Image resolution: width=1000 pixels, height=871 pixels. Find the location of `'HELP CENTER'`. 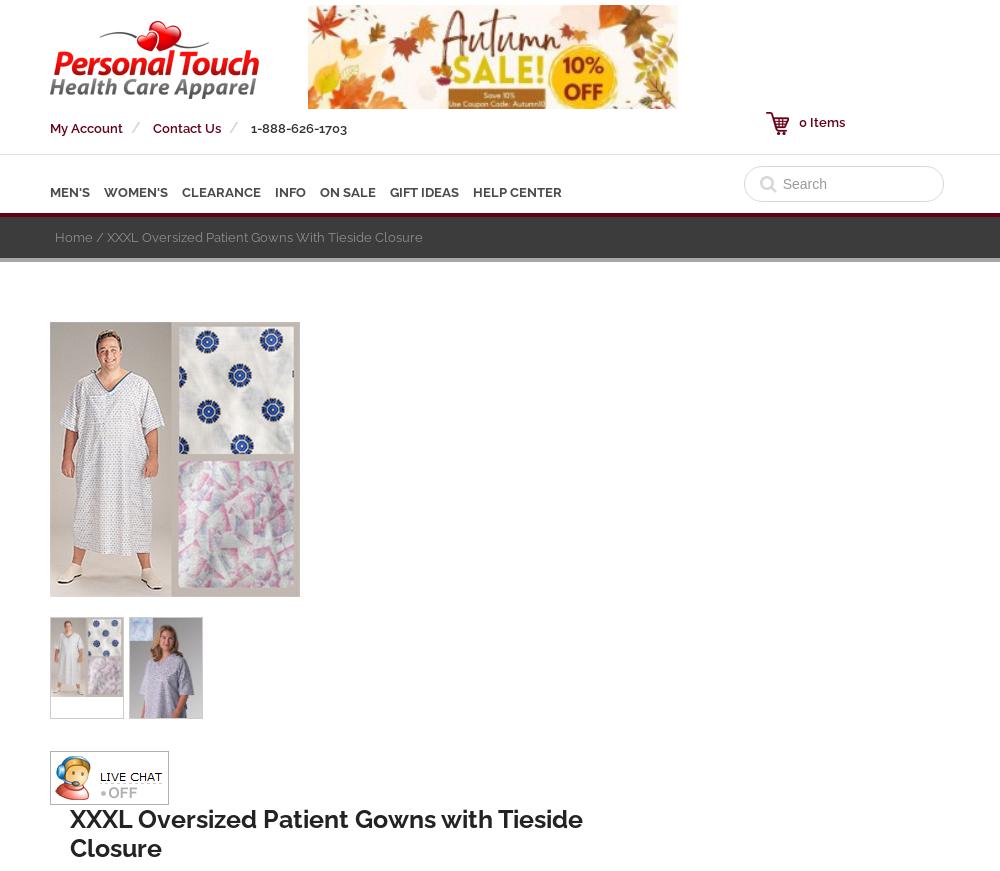

'HELP CENTER' is located at coordinates (517, 192).